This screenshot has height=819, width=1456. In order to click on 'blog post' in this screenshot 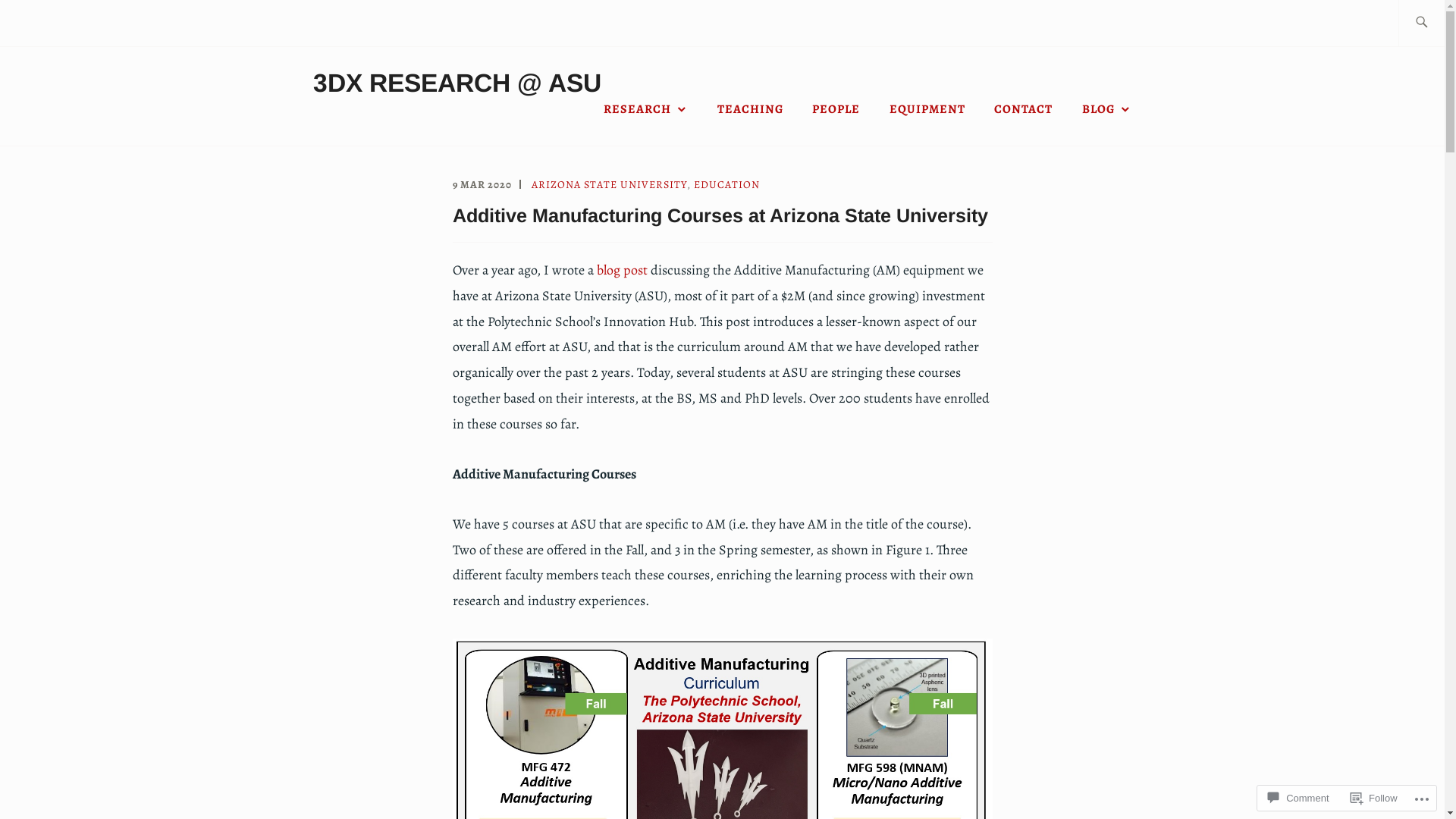, I will do `click(595, 268)`.